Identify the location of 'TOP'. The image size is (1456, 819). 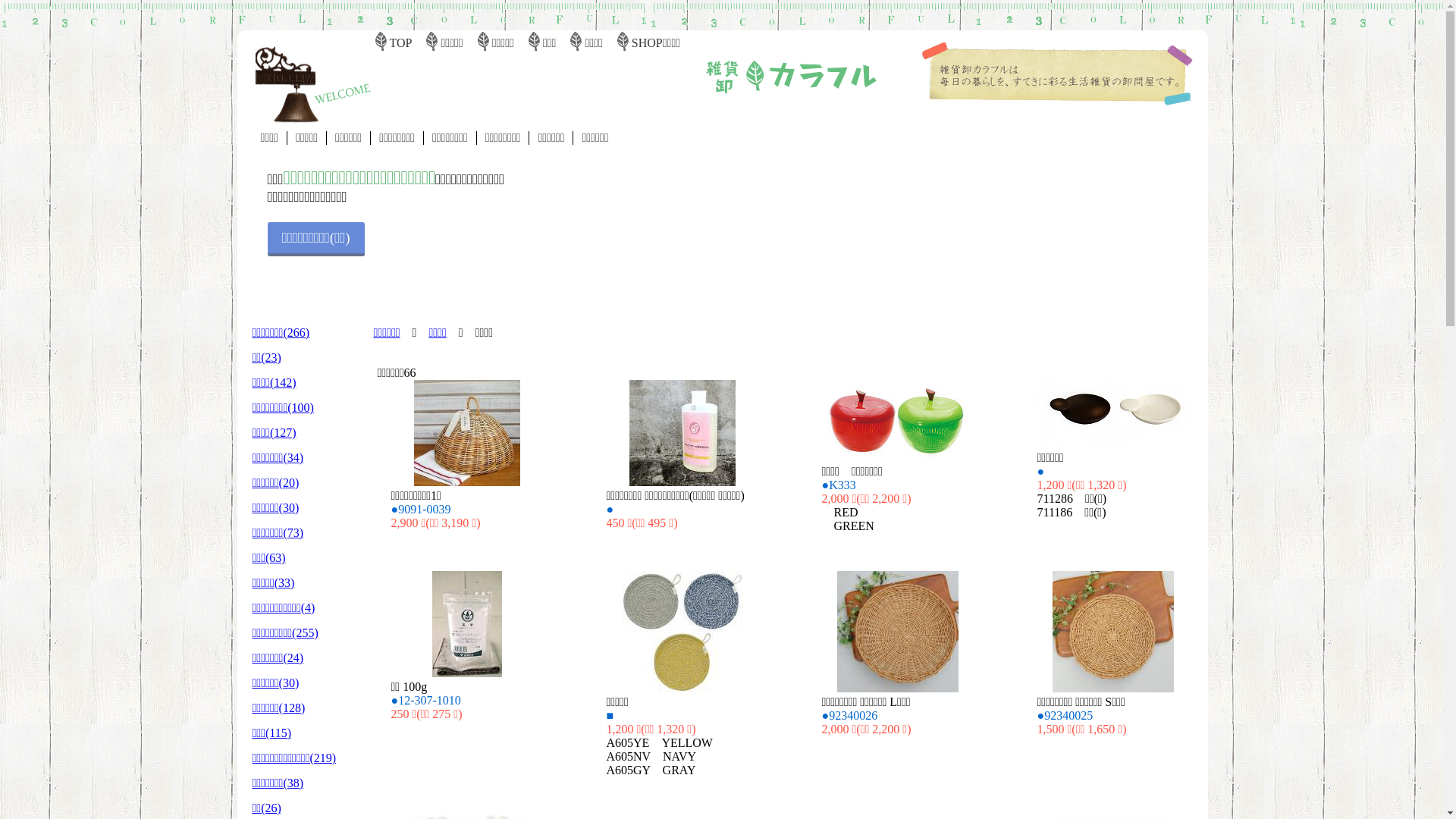
(400, 42).